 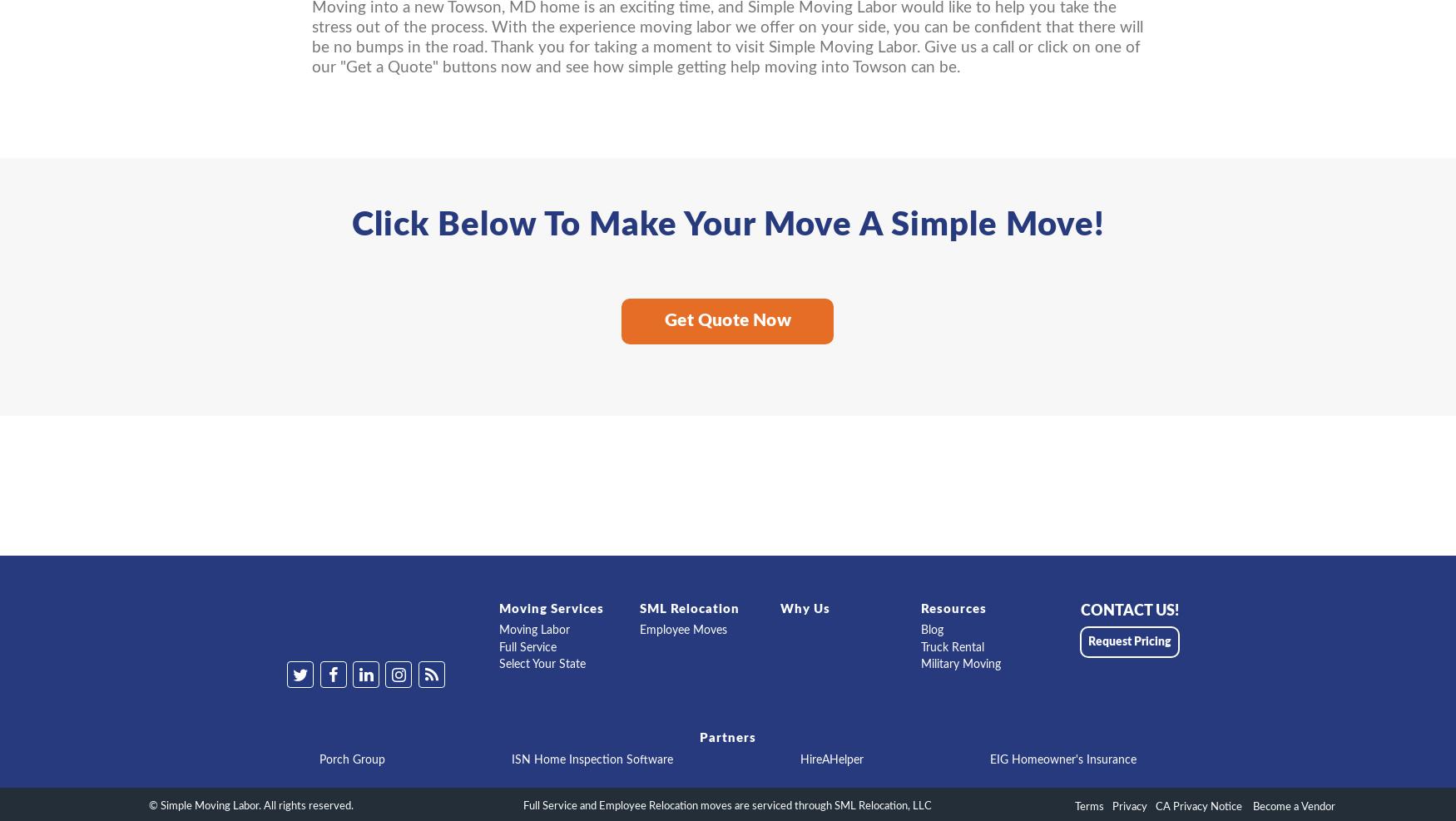 What do you see at coordinates (727, 225) in the screenshot?
I see `'Click below to make your move a simple move!'` at bounding box center [727, 225].